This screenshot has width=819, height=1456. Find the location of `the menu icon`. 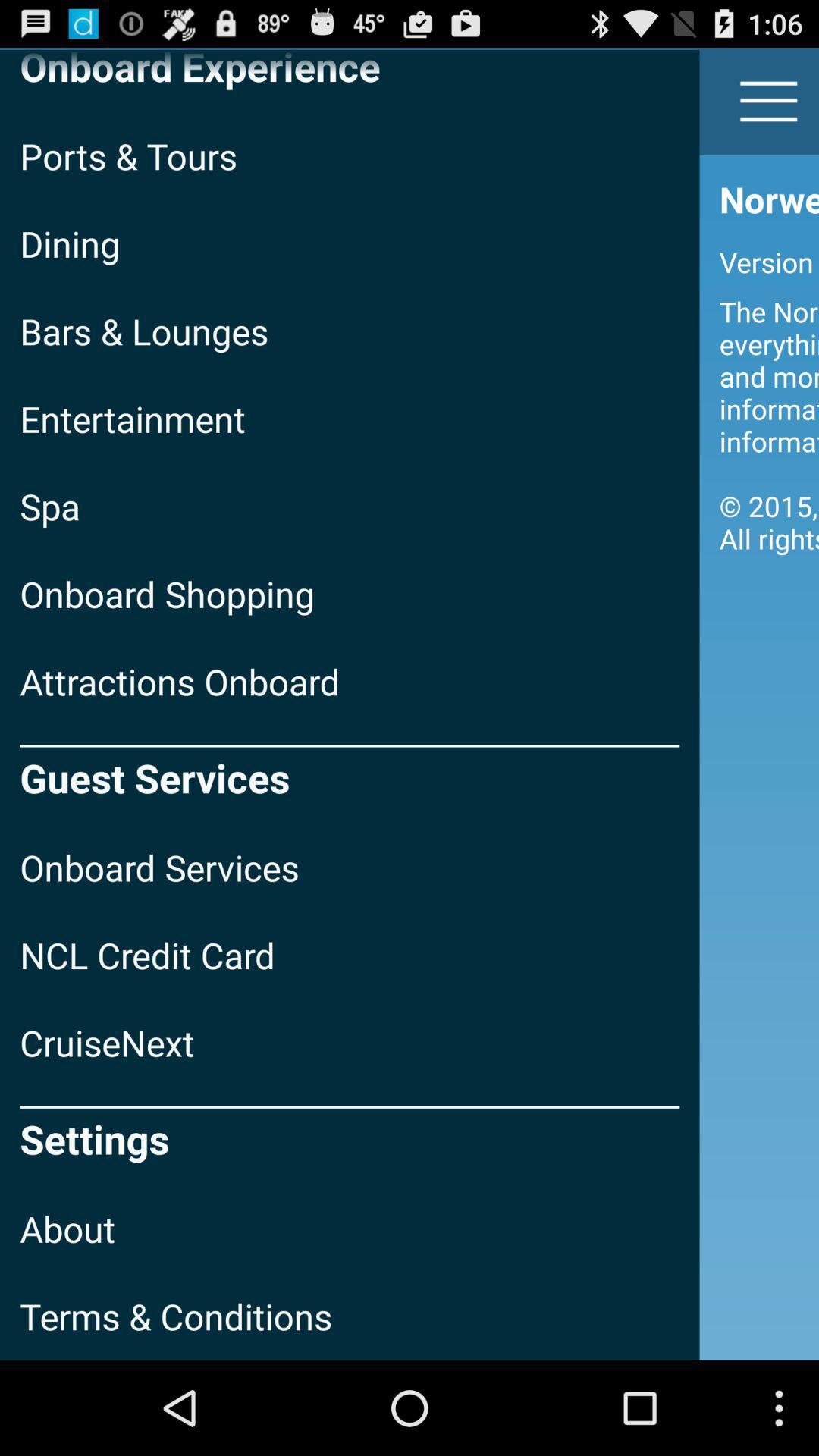

the menu icon is located at coordinates (769, 108).